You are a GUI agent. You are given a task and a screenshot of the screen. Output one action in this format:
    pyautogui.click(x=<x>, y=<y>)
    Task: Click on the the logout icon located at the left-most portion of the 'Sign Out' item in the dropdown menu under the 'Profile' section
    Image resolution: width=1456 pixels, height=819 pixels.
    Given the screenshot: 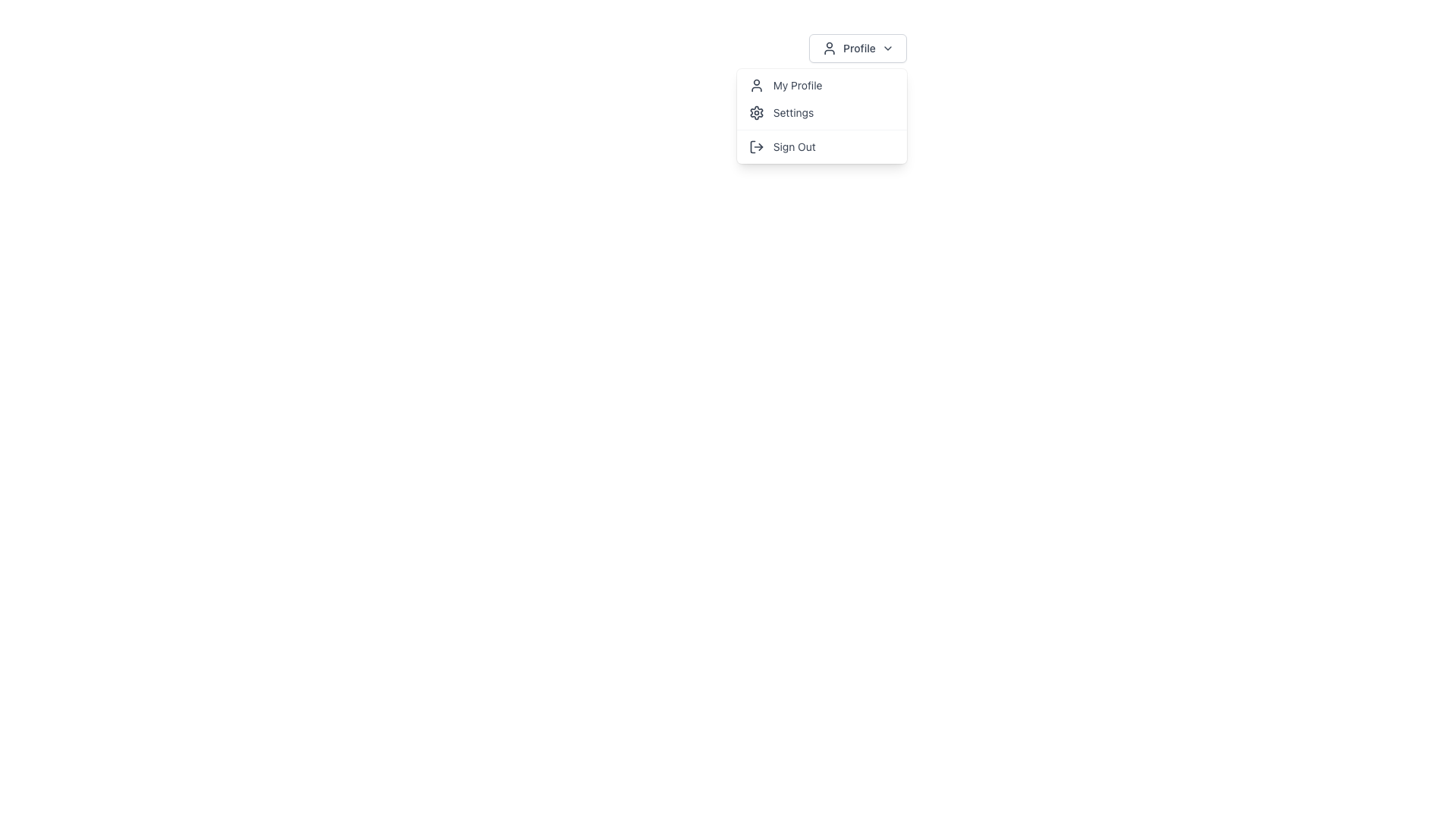 What is the action you would take?
    pyautogui.click(x=756, y=146)
    